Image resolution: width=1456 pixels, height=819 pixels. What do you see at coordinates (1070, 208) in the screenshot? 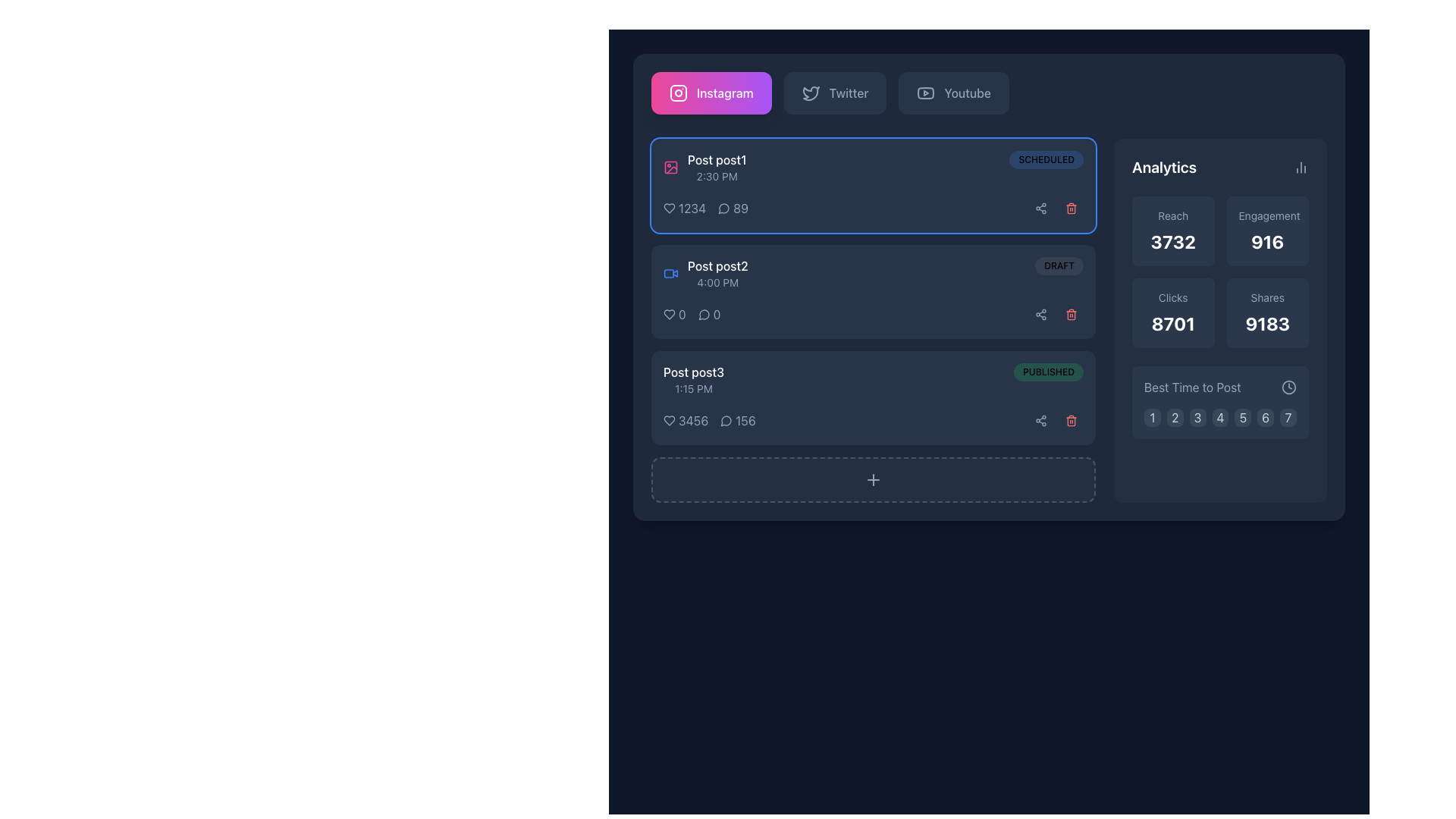
I see `the delete icon located on the far right side of the scheduled post details section` at bounding box center [1070, 208].